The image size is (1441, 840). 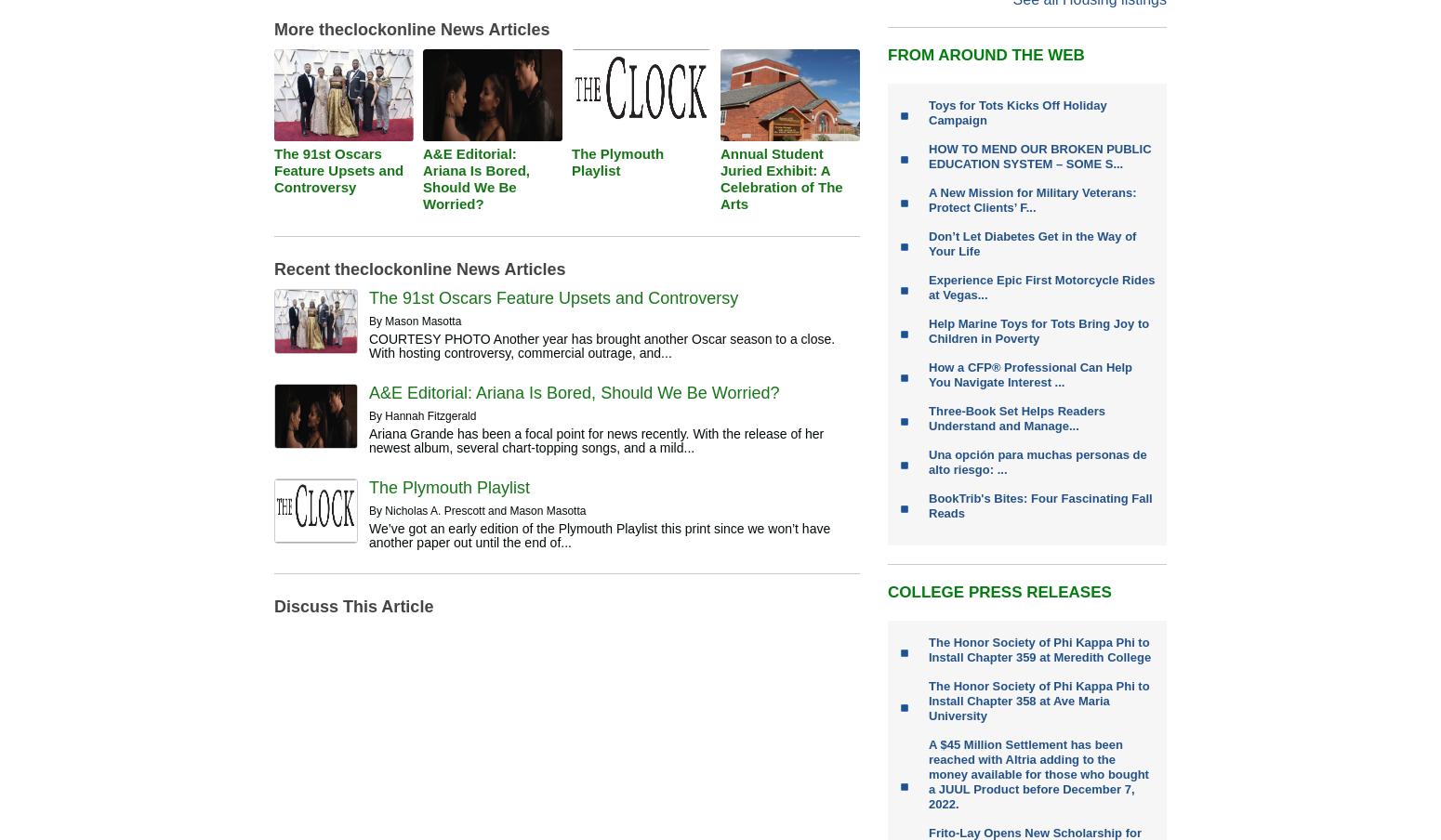 I want to click on 'Una opción para muchas personas de alto riesgo: ...', so click(x=1037, y=461).